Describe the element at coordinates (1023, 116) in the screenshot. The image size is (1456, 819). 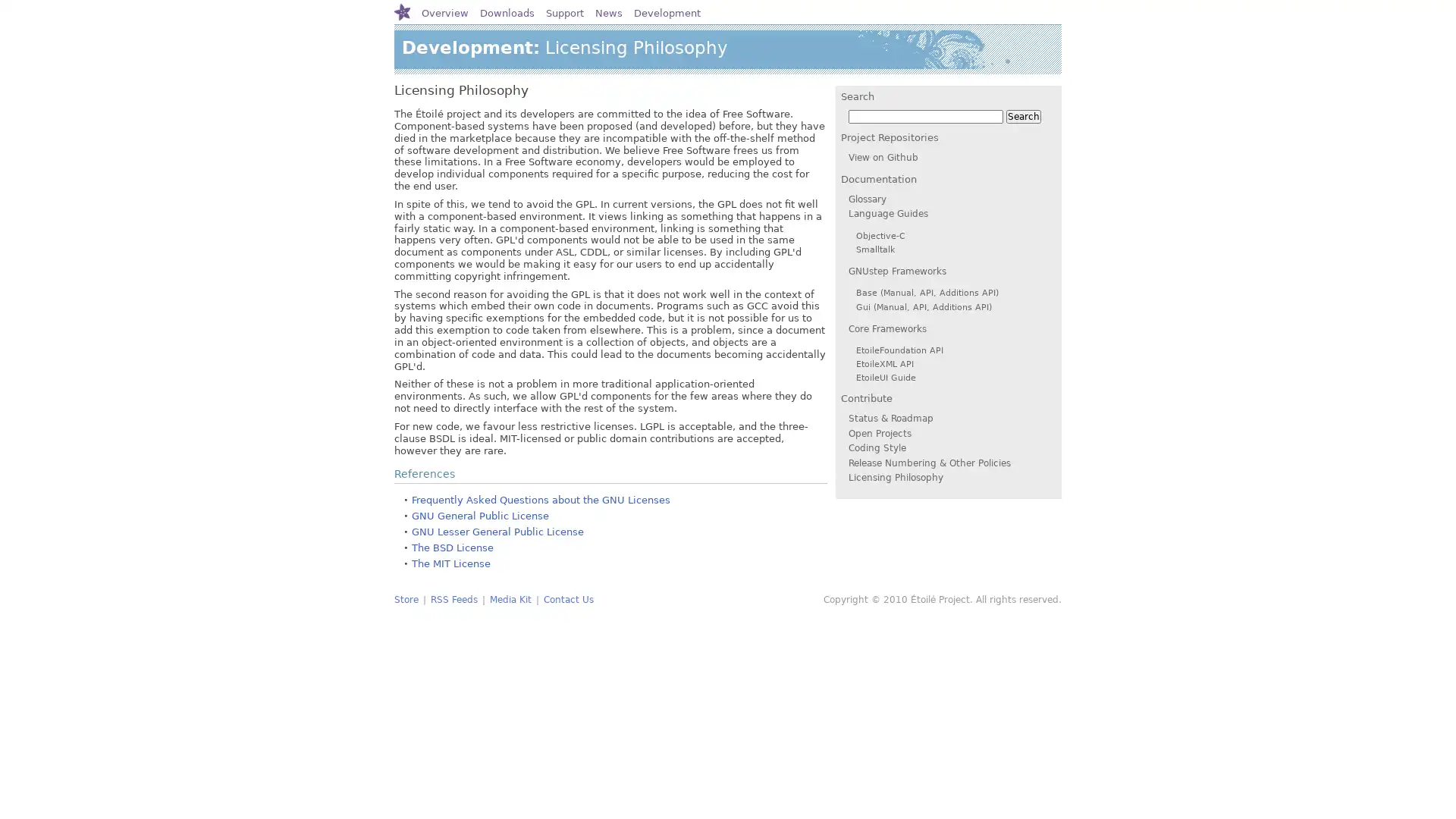
I see `Search` at that location.